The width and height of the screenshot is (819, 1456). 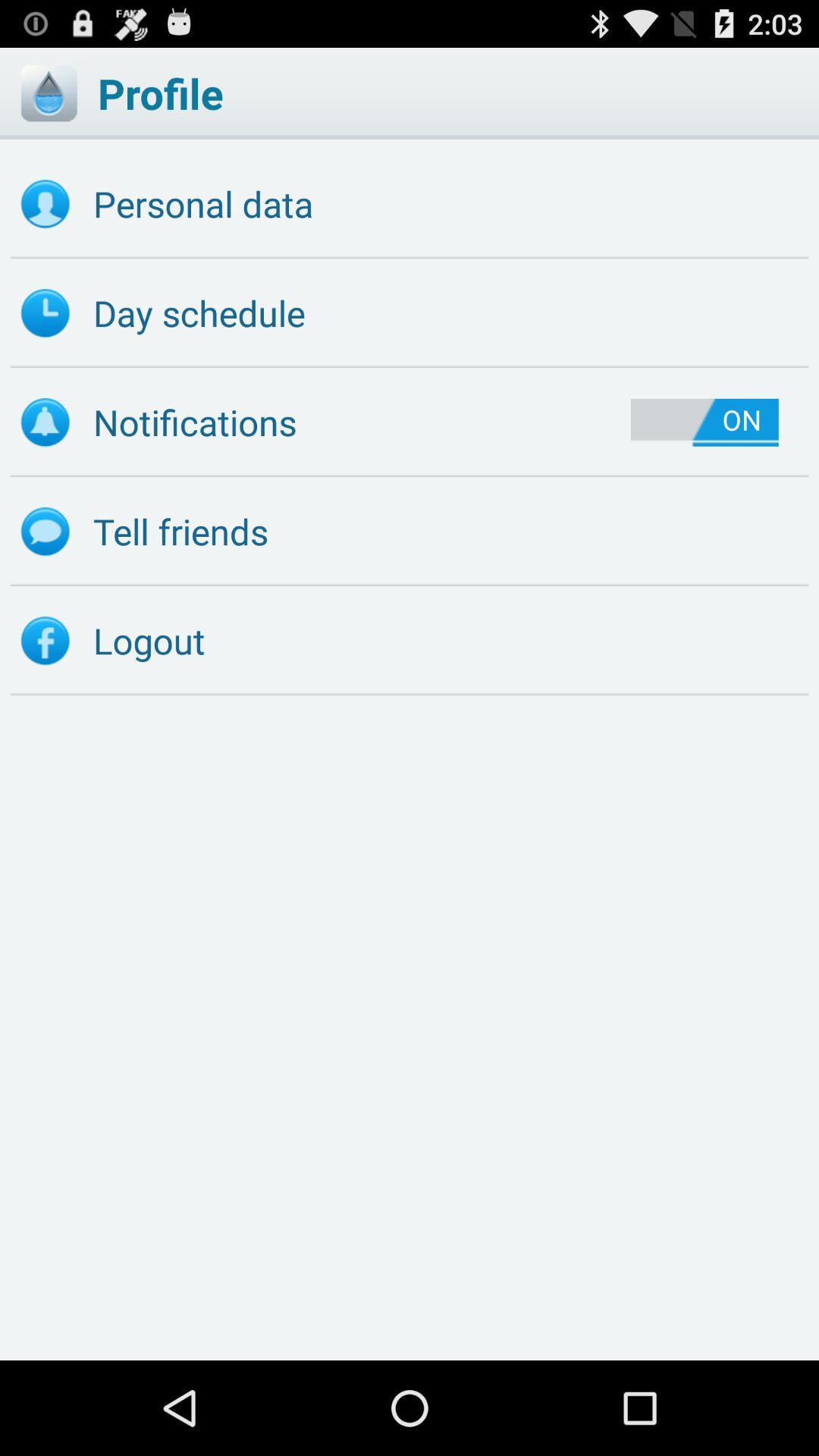 I want to click on the personal data item, so click(x=409, y=203).